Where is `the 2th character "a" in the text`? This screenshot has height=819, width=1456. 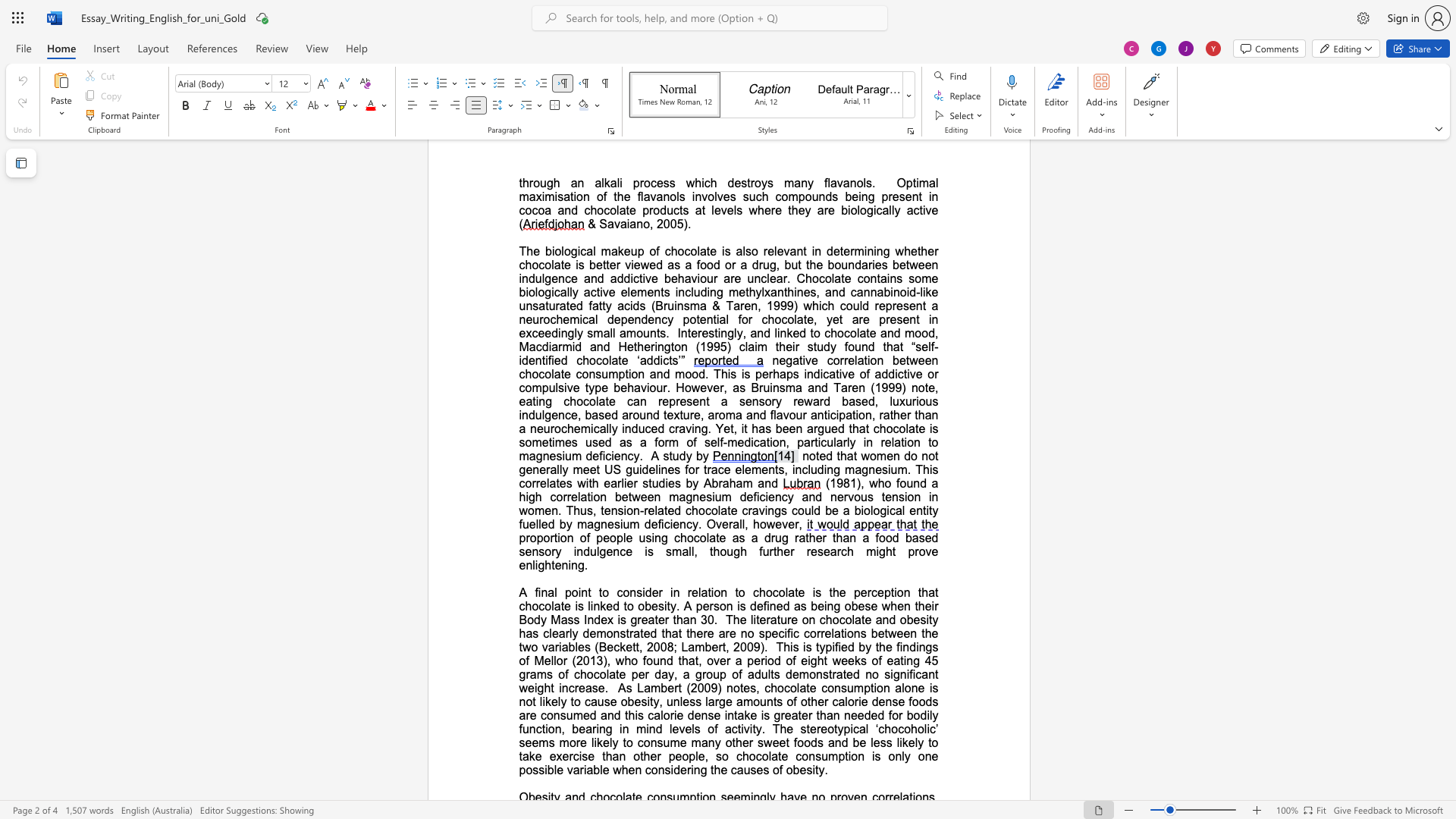 the 2th character "a" in the text is located at coordinates (790, 591).